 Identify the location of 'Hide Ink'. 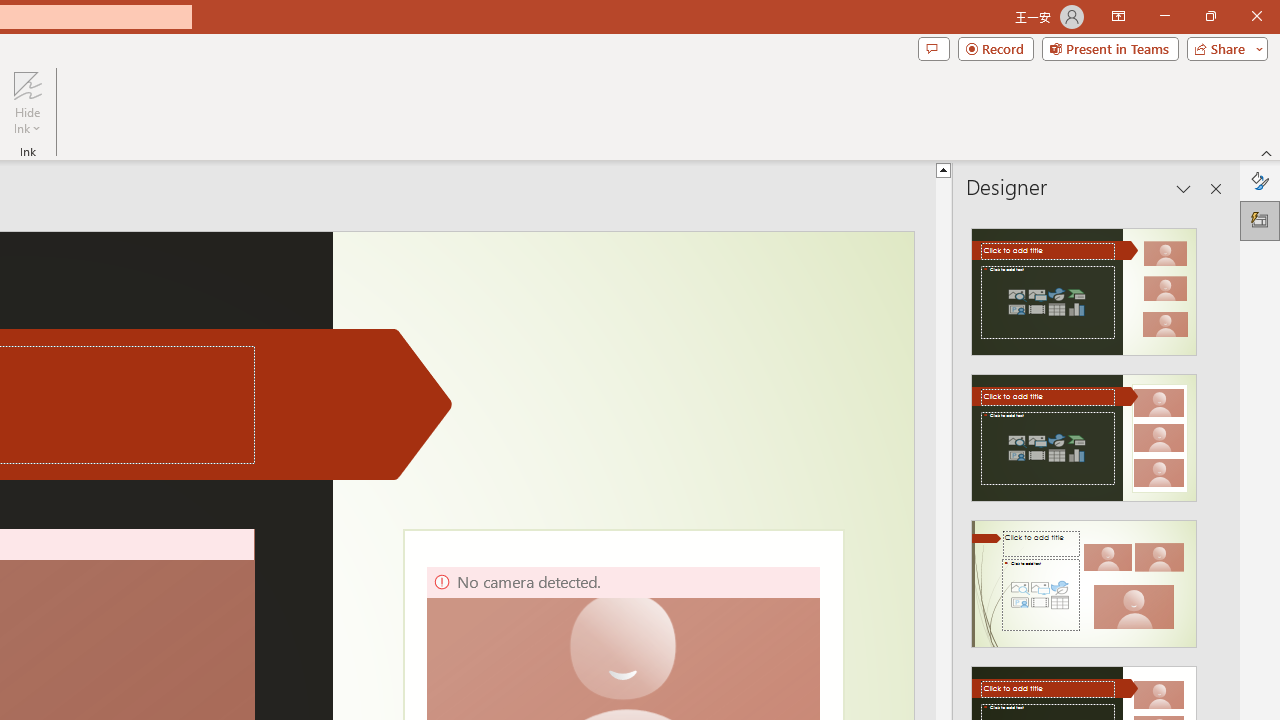
(27, 103).